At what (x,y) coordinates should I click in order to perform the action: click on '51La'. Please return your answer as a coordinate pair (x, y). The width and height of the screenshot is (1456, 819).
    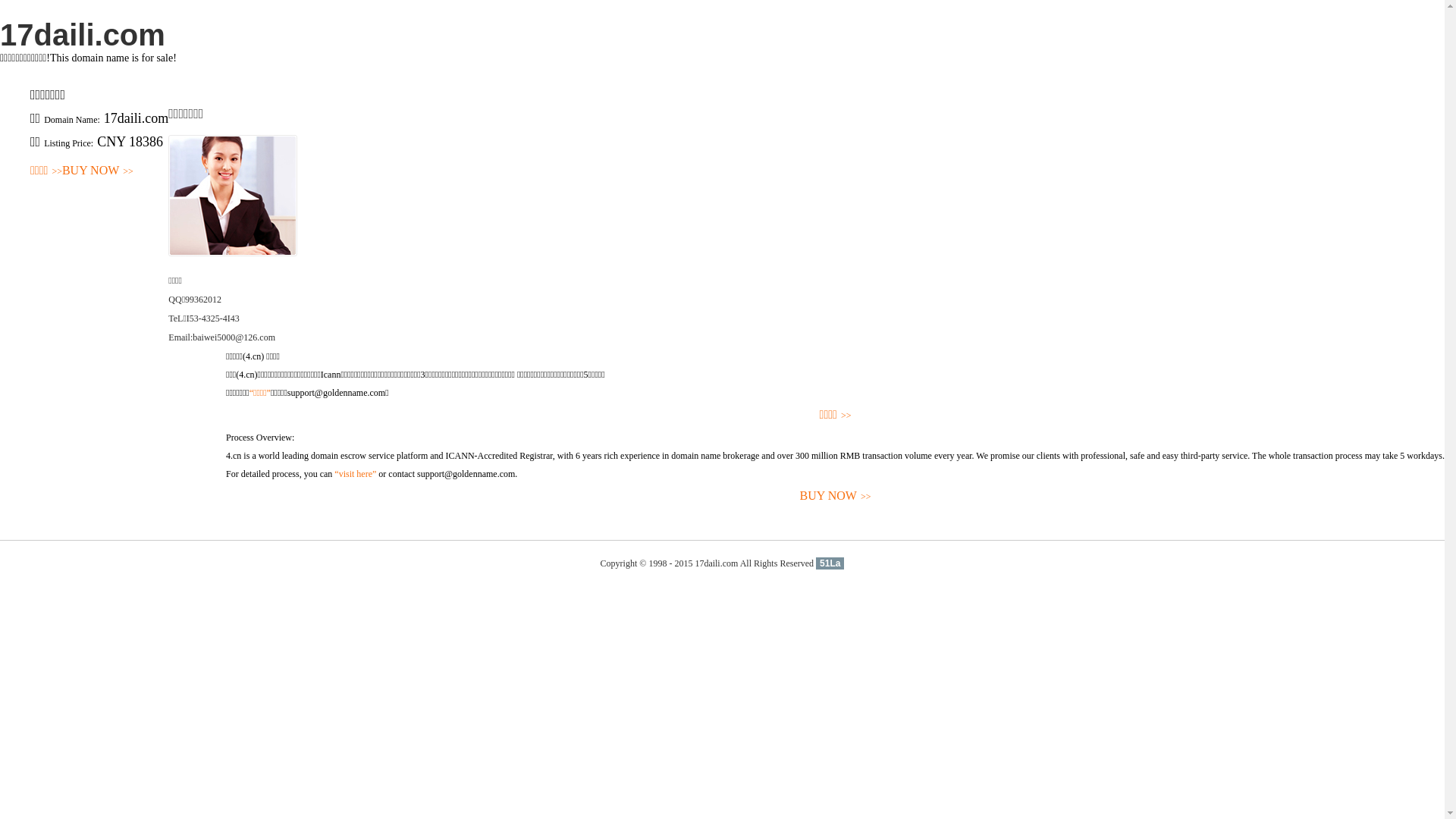
    Looking at the image, I should click on (829, 563).